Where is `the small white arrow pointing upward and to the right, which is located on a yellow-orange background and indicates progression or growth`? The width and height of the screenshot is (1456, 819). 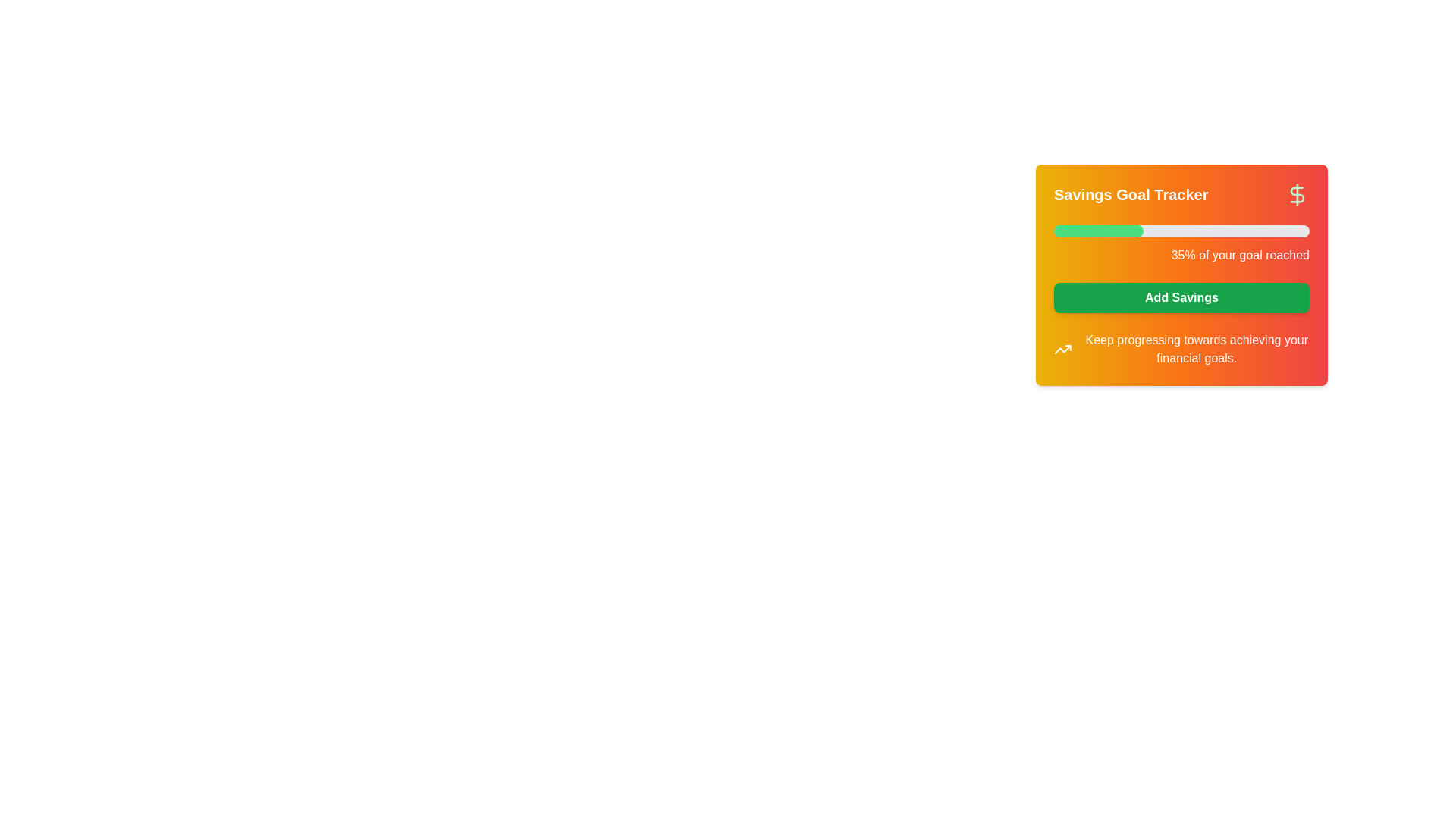 the small white arrow pointing upward and to the right, which is located on a yellow-orange background and indicates progression or growth is located at coordinates (1062, 350).